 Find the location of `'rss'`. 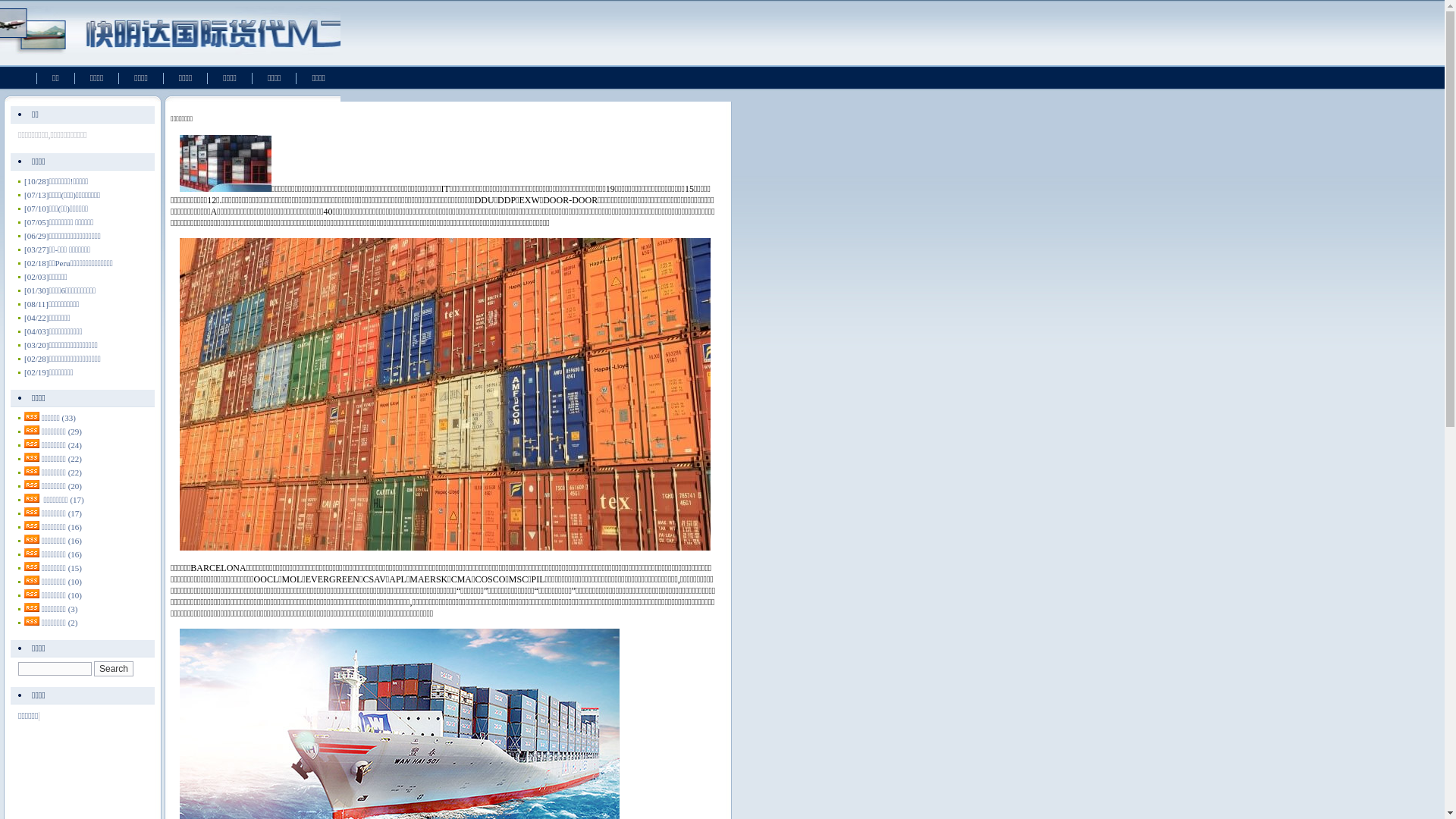

'rss' is located at coordinates (32, 497).